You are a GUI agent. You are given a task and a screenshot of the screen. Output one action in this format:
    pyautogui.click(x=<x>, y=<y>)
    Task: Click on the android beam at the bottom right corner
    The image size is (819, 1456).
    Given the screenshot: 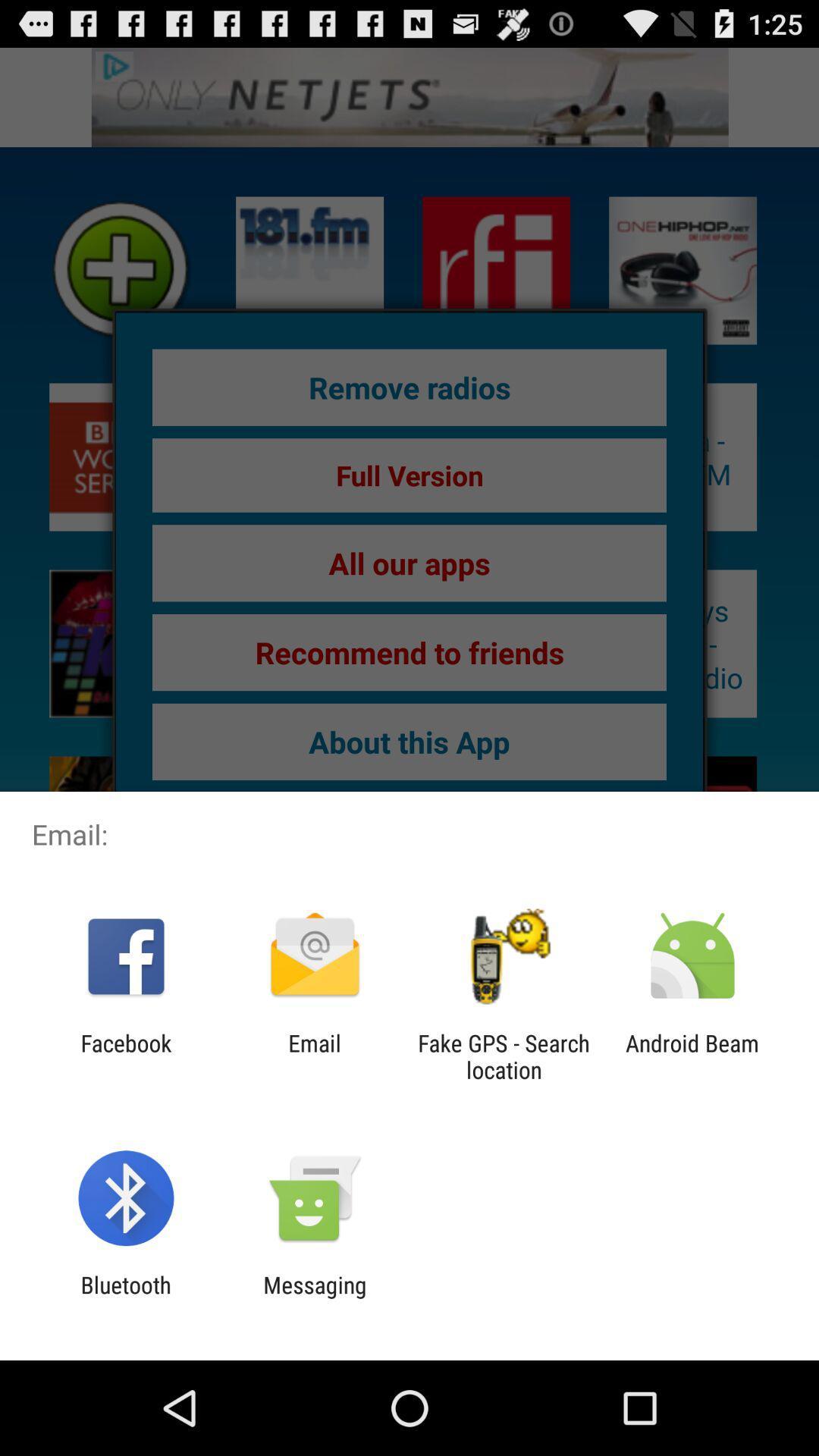 What is the action you would take?
    pyautogui.click(x=692, y=1056)
    